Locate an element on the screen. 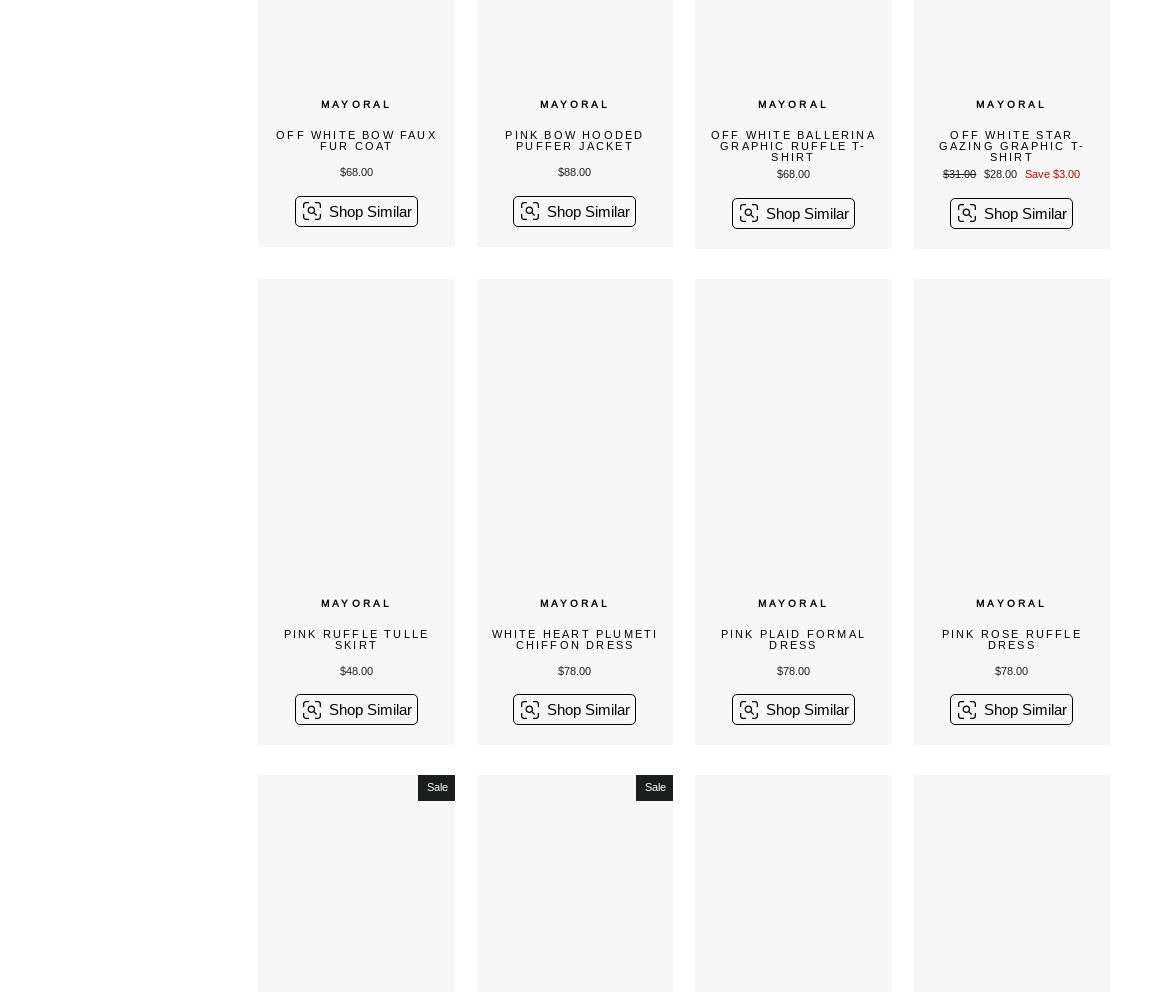  'Off White Ballerina Graphic Ruffle T-Shirt' is located at coordinates (791, 146).